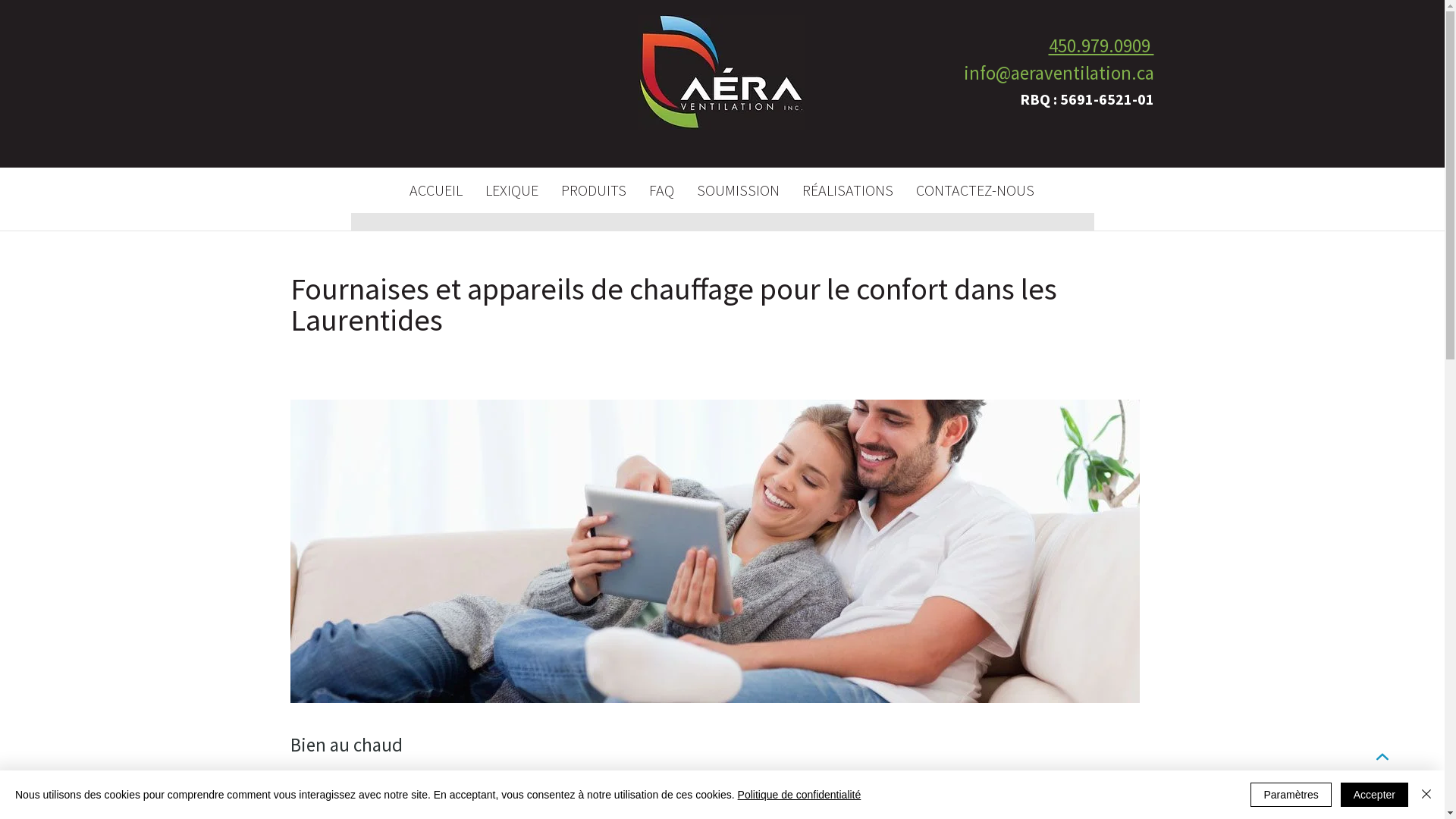 Image resolution: width=1456 pixels, height=819 pixels. I want to click on 'CONTACTEZ-NOUS', so click(974, 189).